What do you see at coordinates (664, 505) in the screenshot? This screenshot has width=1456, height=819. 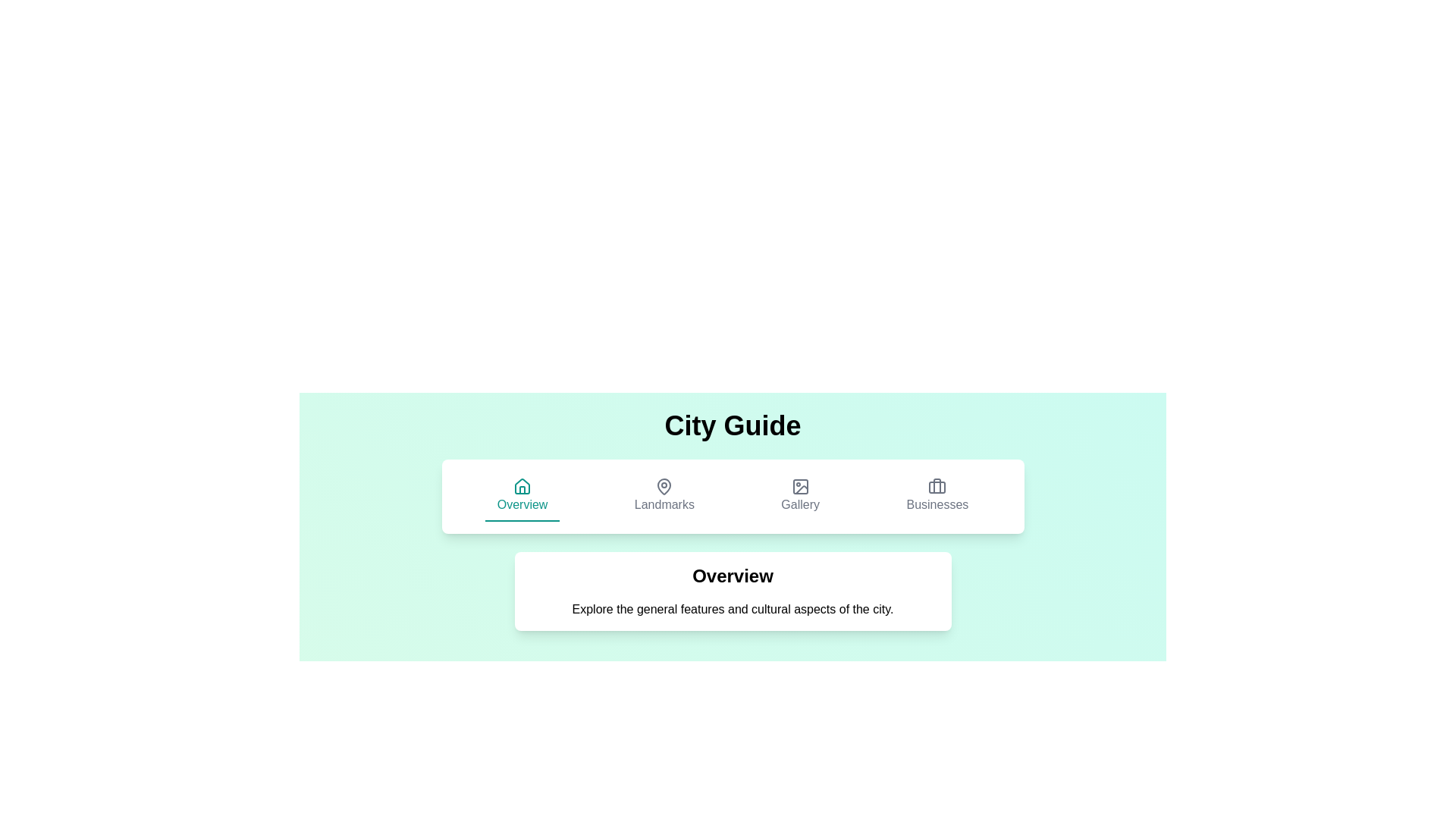 I see `the 'Landmarks' text label in the navigation menu` at bounding box center [664, 505].